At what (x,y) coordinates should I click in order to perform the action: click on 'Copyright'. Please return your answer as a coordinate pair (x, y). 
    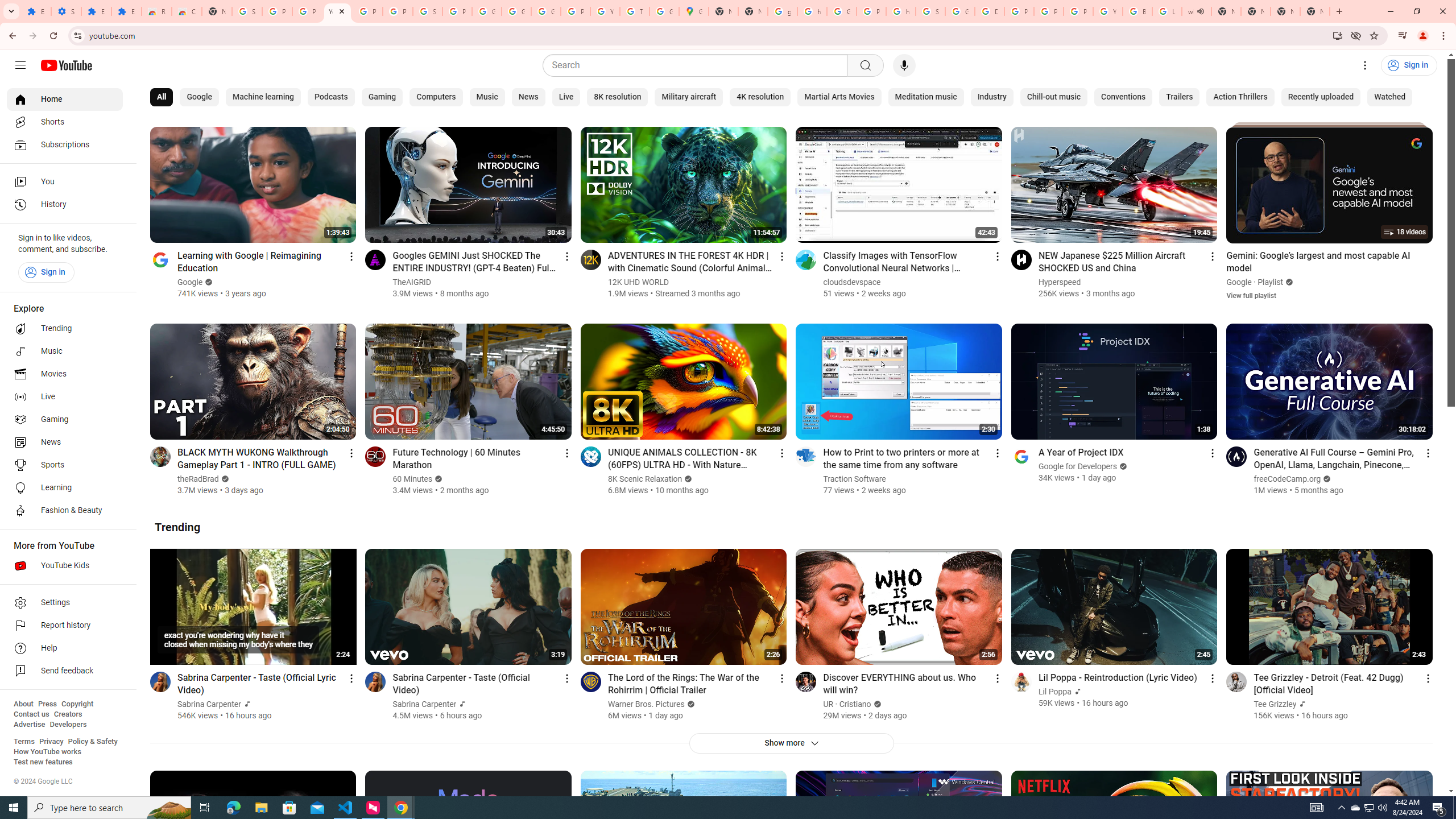
    Looking at the image, I should click on (76, 704).